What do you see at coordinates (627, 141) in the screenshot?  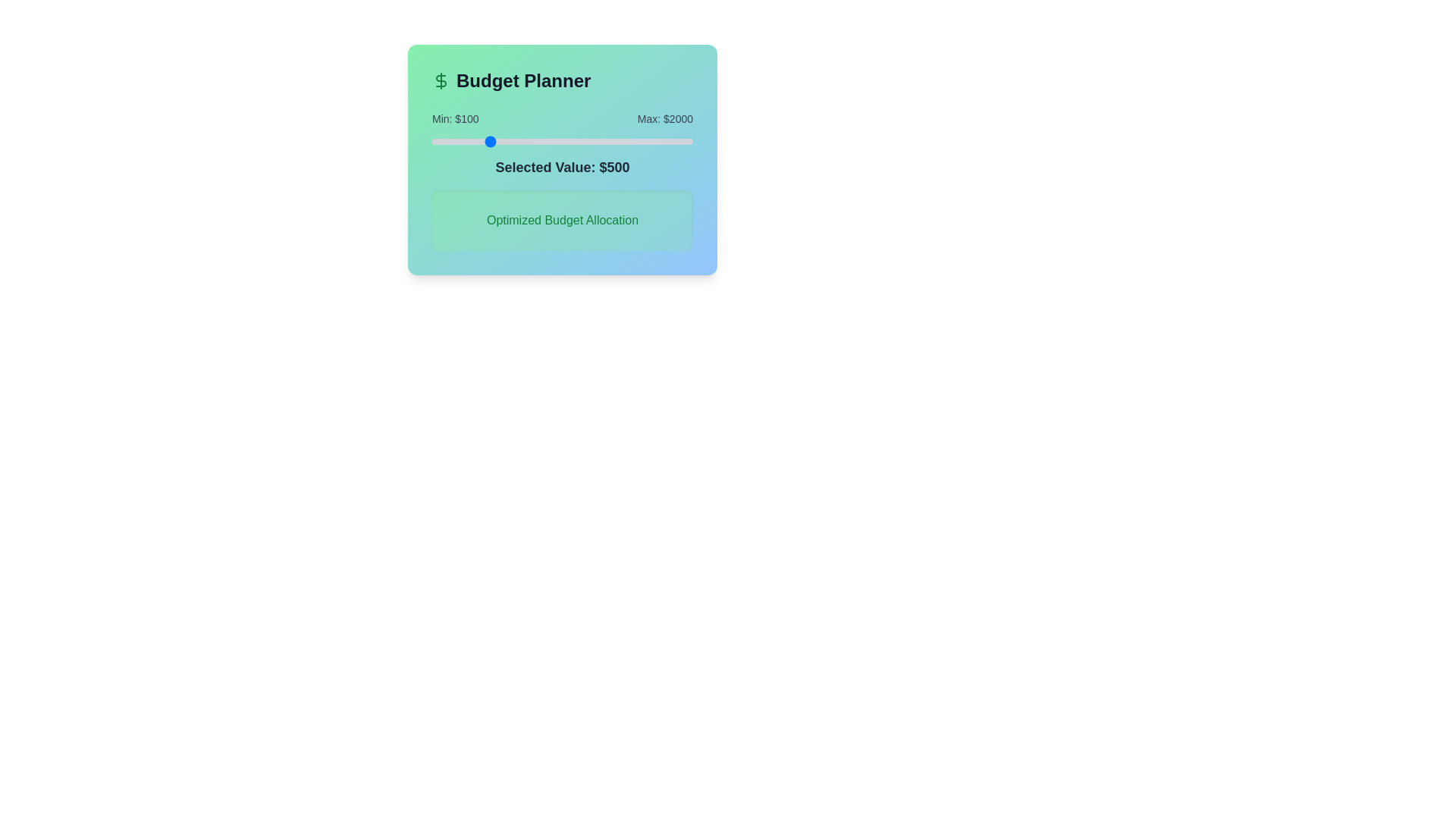 I see `the slider value to 1521` at bounding box center [627, 141].